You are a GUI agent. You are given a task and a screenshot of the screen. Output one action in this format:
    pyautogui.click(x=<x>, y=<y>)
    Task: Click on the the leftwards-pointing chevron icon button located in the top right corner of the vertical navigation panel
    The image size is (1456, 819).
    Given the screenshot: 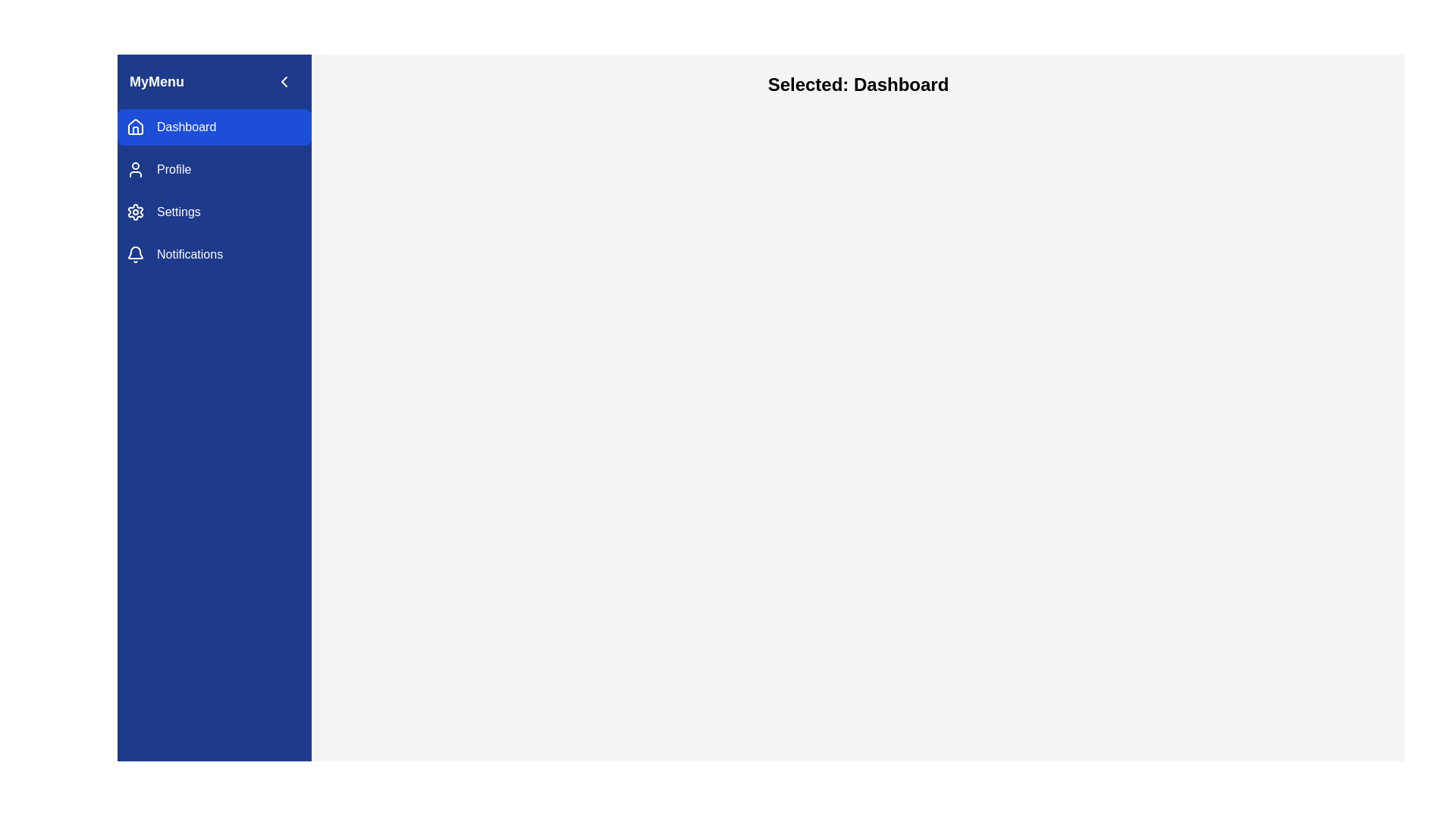 What is the action you would take?
    pyautogui.click(x=284, y=82)
    